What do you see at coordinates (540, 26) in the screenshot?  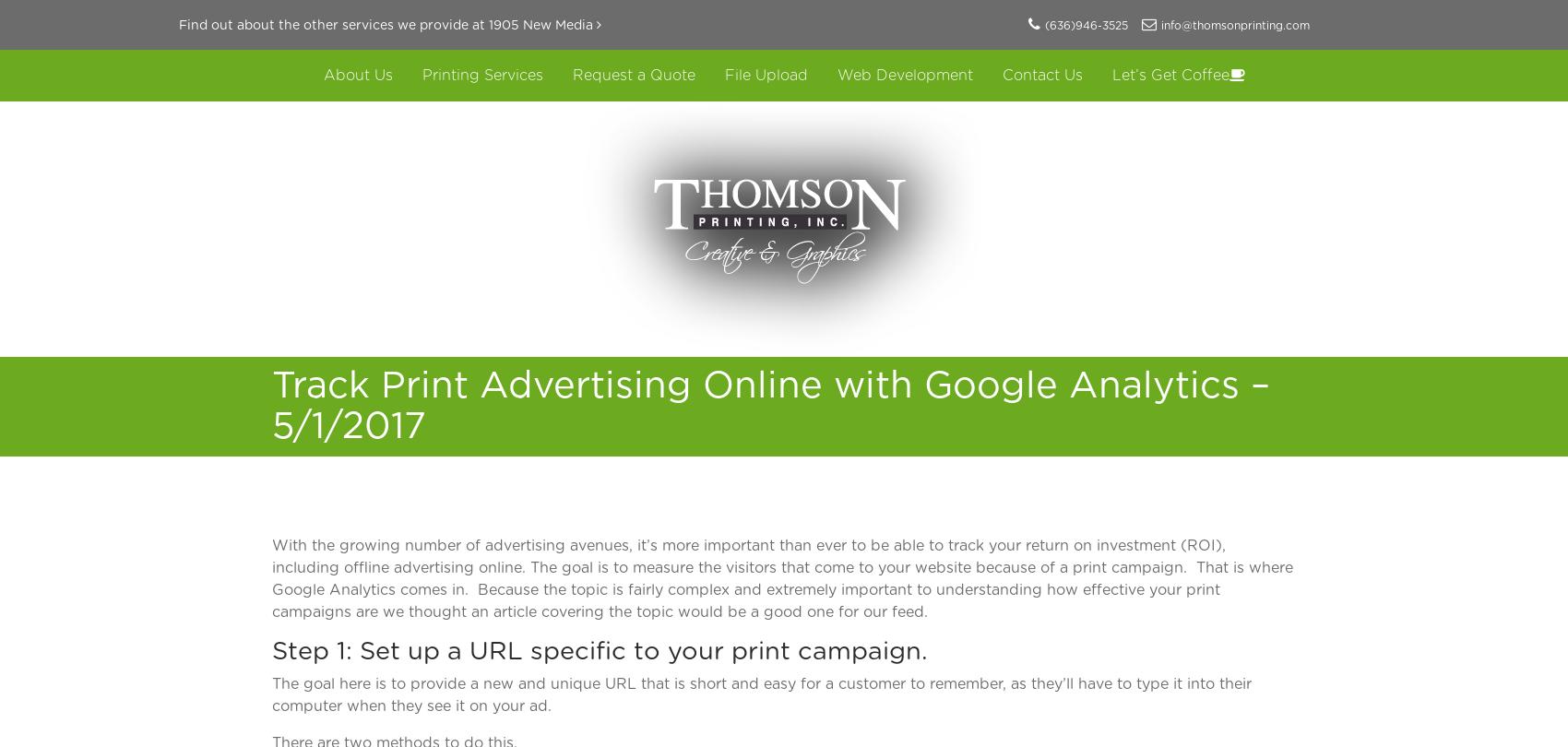 I see `'1905 New Media'` at bounding box center [540, 26].